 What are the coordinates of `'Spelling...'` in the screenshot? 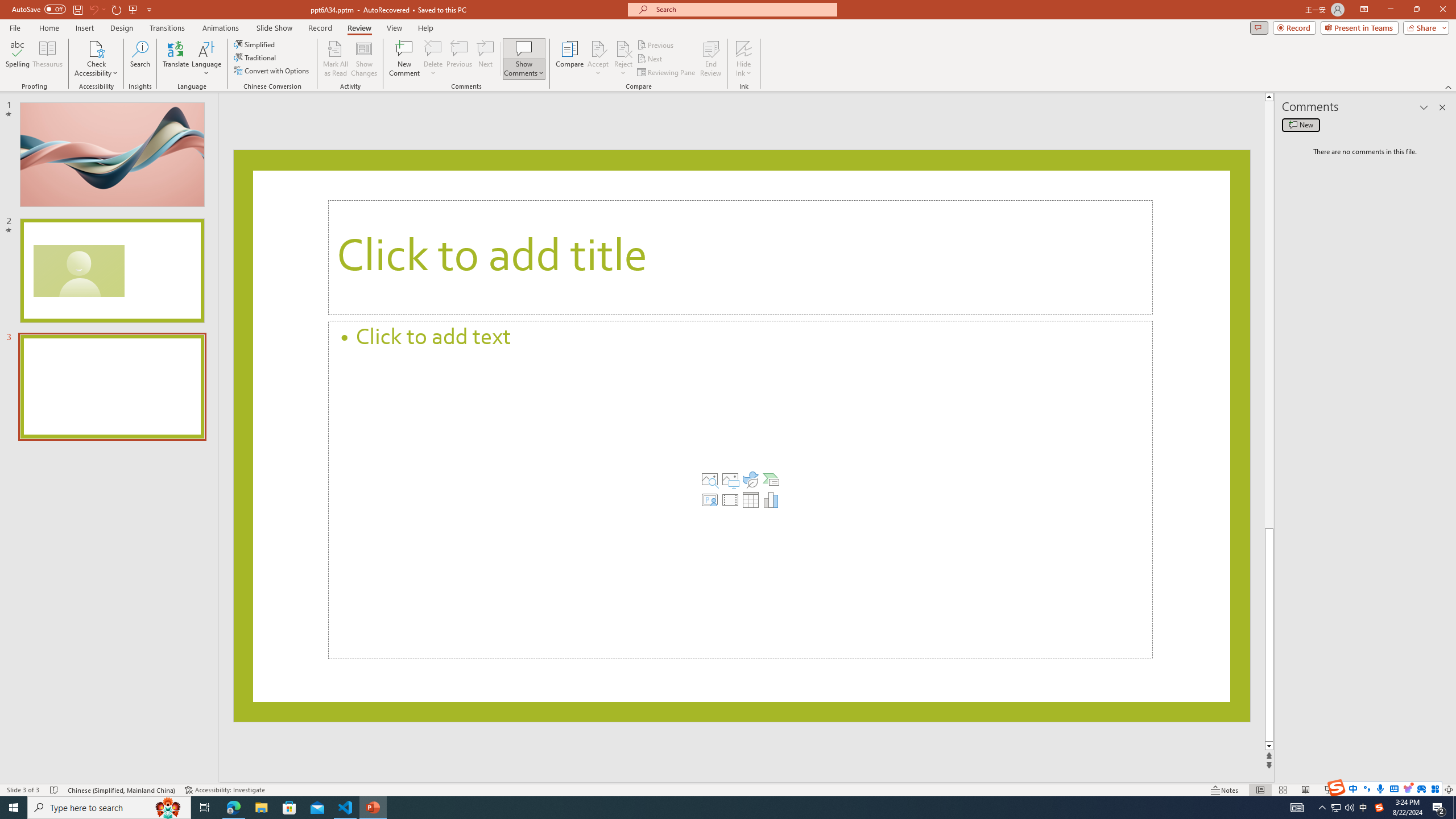 It's located at (16, 59).